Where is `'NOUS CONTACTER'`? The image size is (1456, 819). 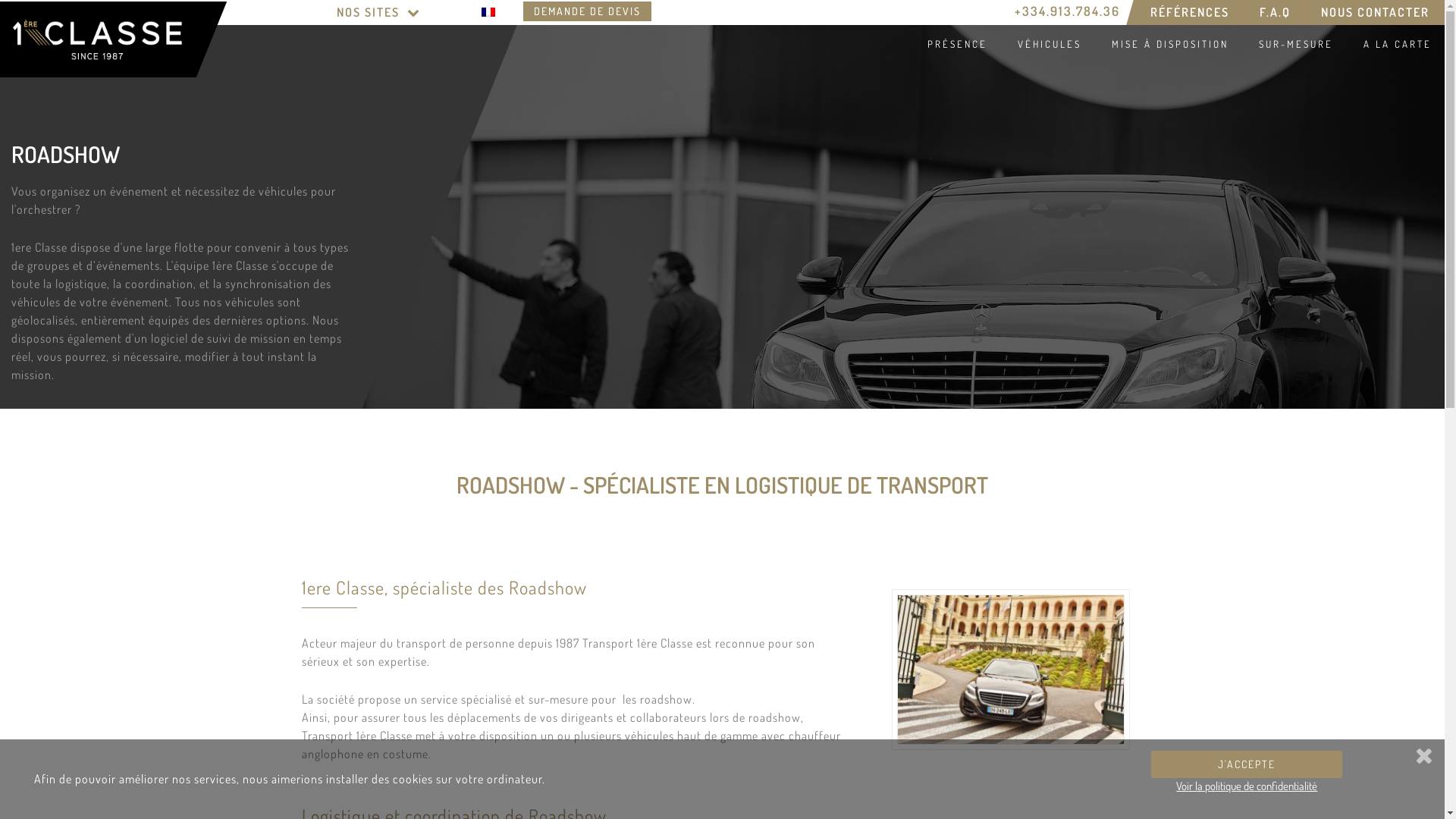 'NOUS CONTACTER' is located at coordinates (1375, 12).